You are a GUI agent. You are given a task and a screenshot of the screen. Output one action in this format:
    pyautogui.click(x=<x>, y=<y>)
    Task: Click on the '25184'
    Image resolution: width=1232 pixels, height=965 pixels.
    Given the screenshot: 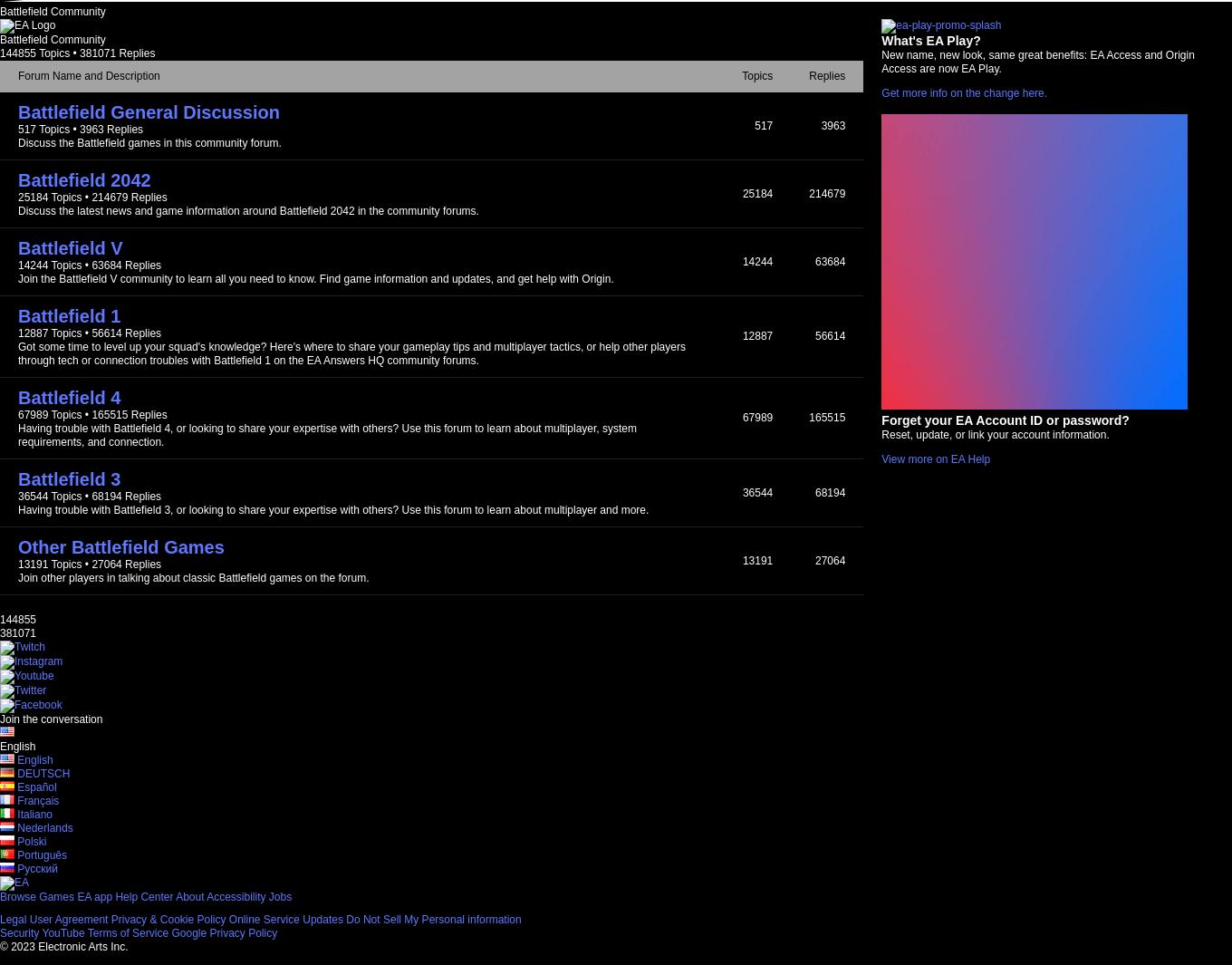 What is the action you would take?
    pyautogui.click(x=756, y=192)
    